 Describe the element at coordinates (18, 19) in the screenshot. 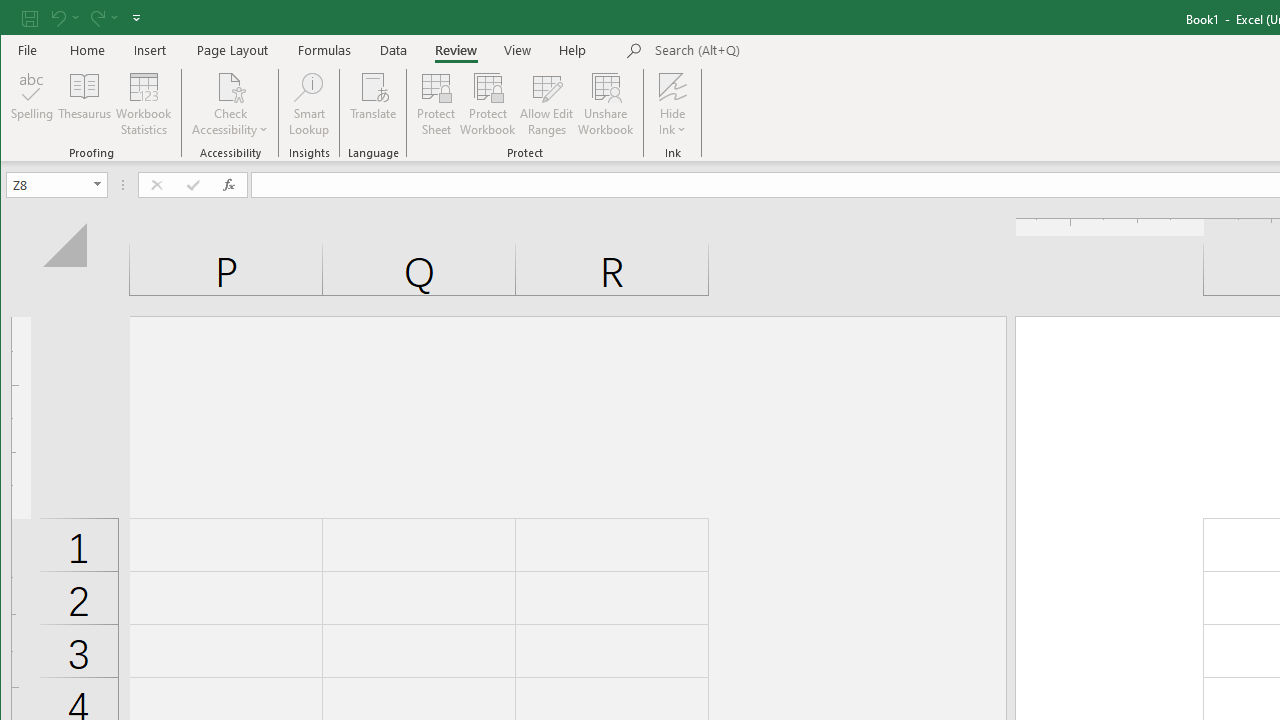

I see `'System'` at that location.